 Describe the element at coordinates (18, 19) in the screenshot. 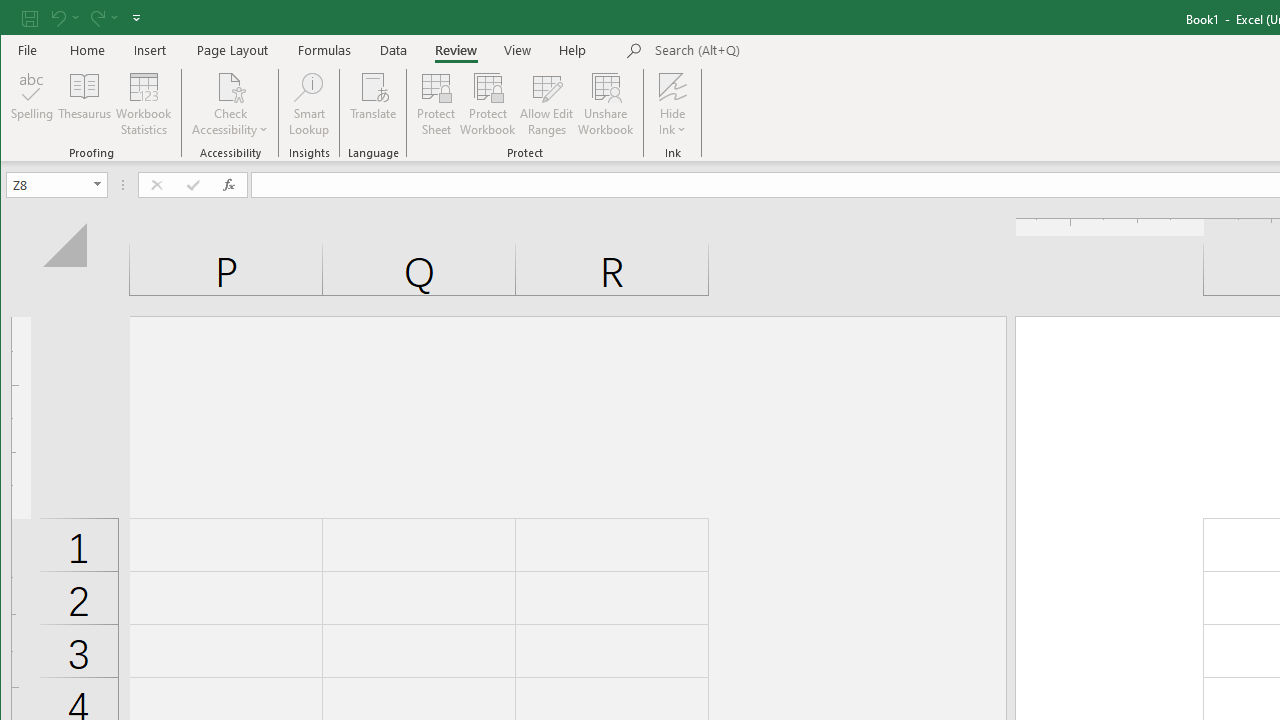

I see `'System'` at that location.